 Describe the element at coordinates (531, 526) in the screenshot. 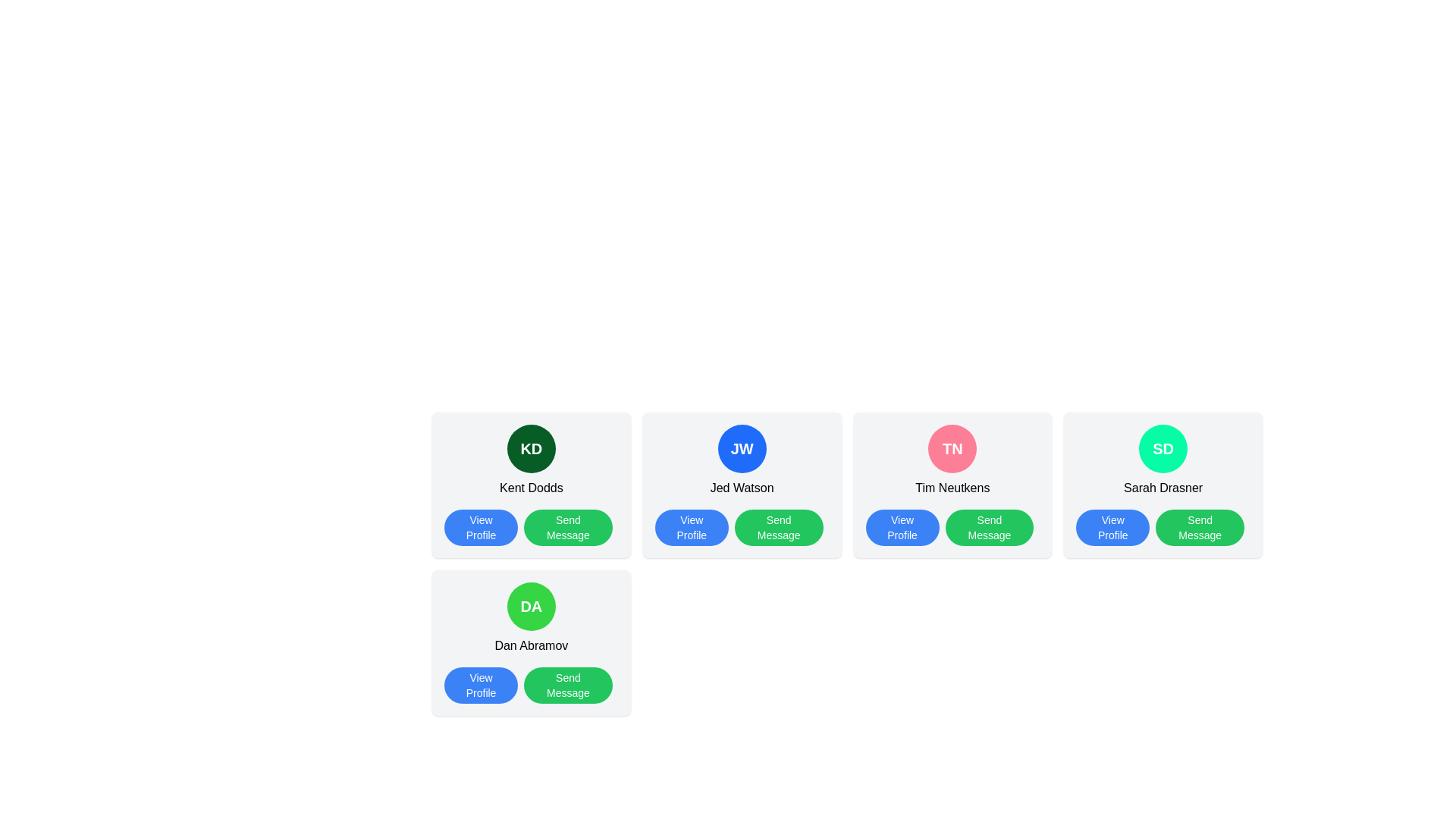

I see `either the 'View Profile' or 'Send Message' button within the user card for 'Kent Dodds'` at that location.